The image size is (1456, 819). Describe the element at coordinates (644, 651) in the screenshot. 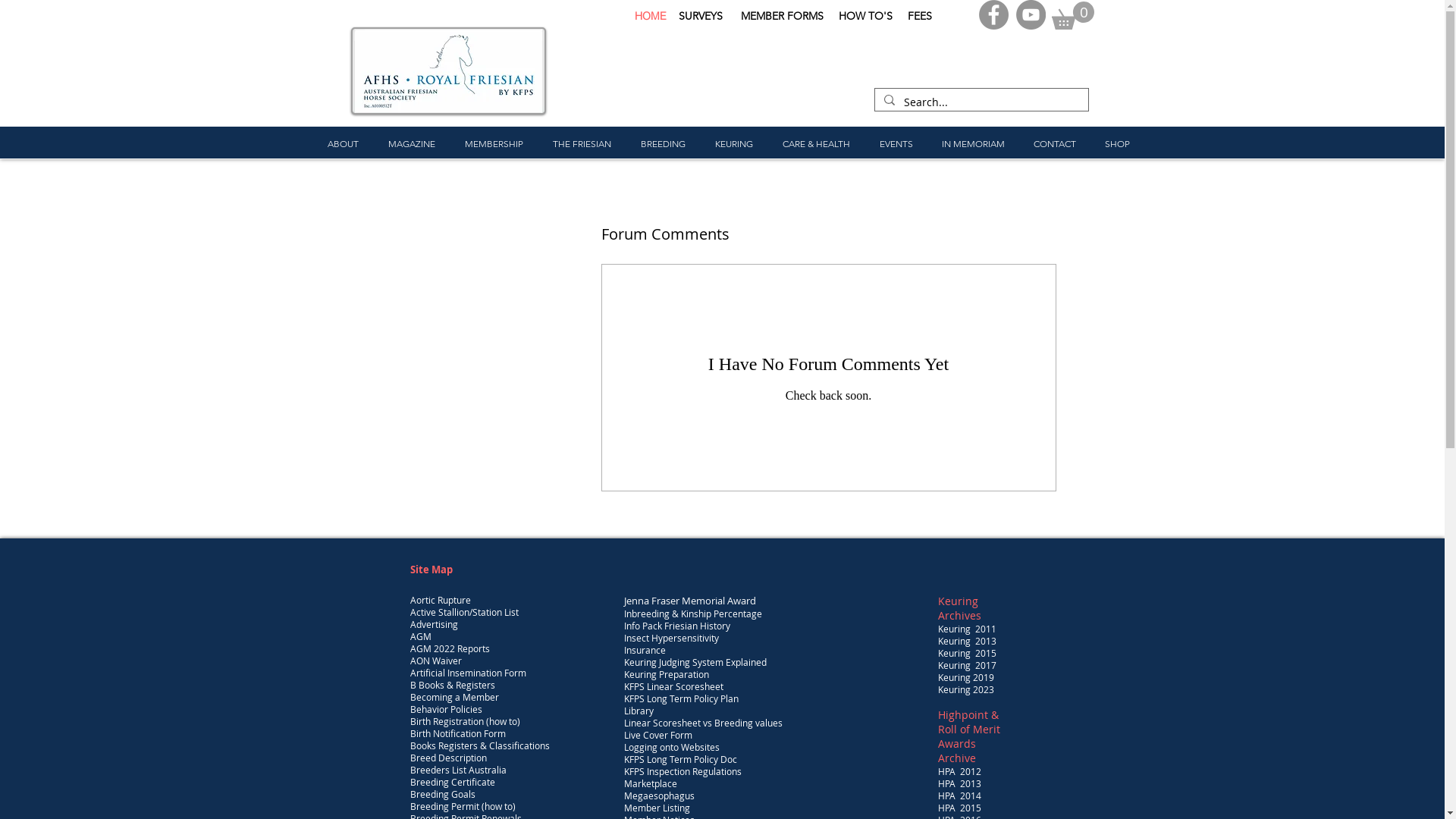

I see `'Insurance'` at that location.